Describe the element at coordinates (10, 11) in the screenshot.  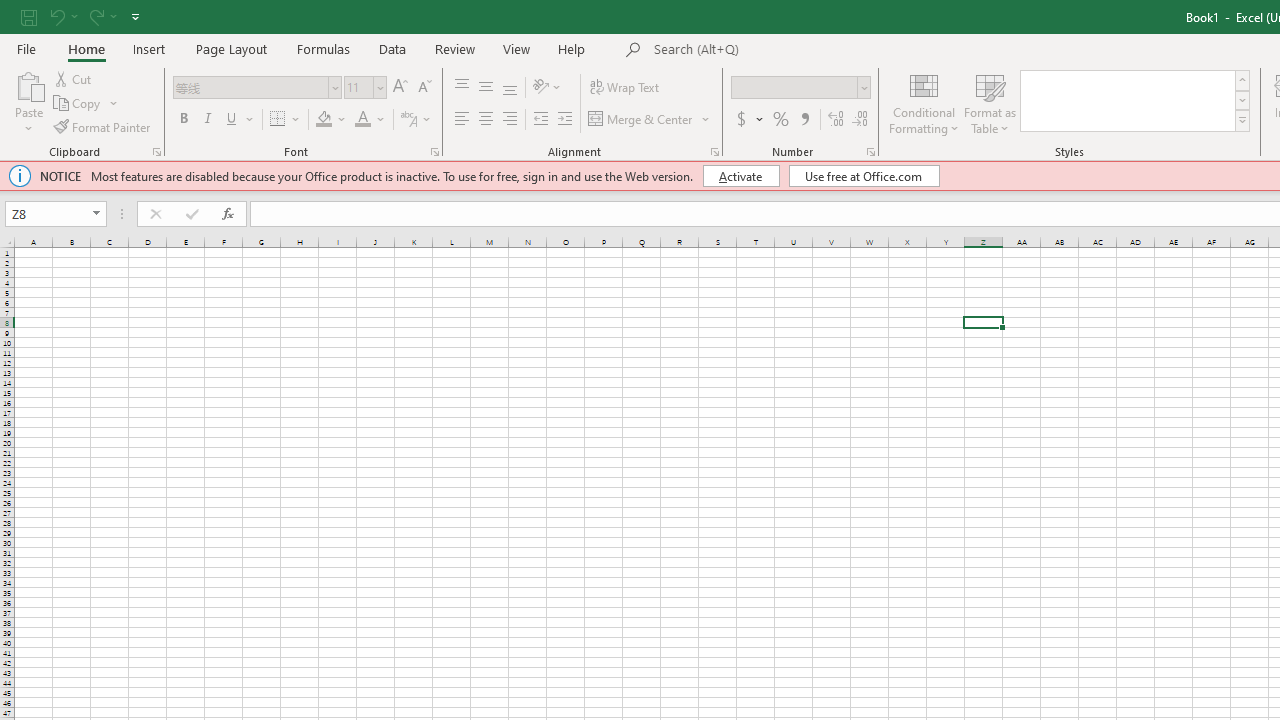
I see `'System'` at that location.